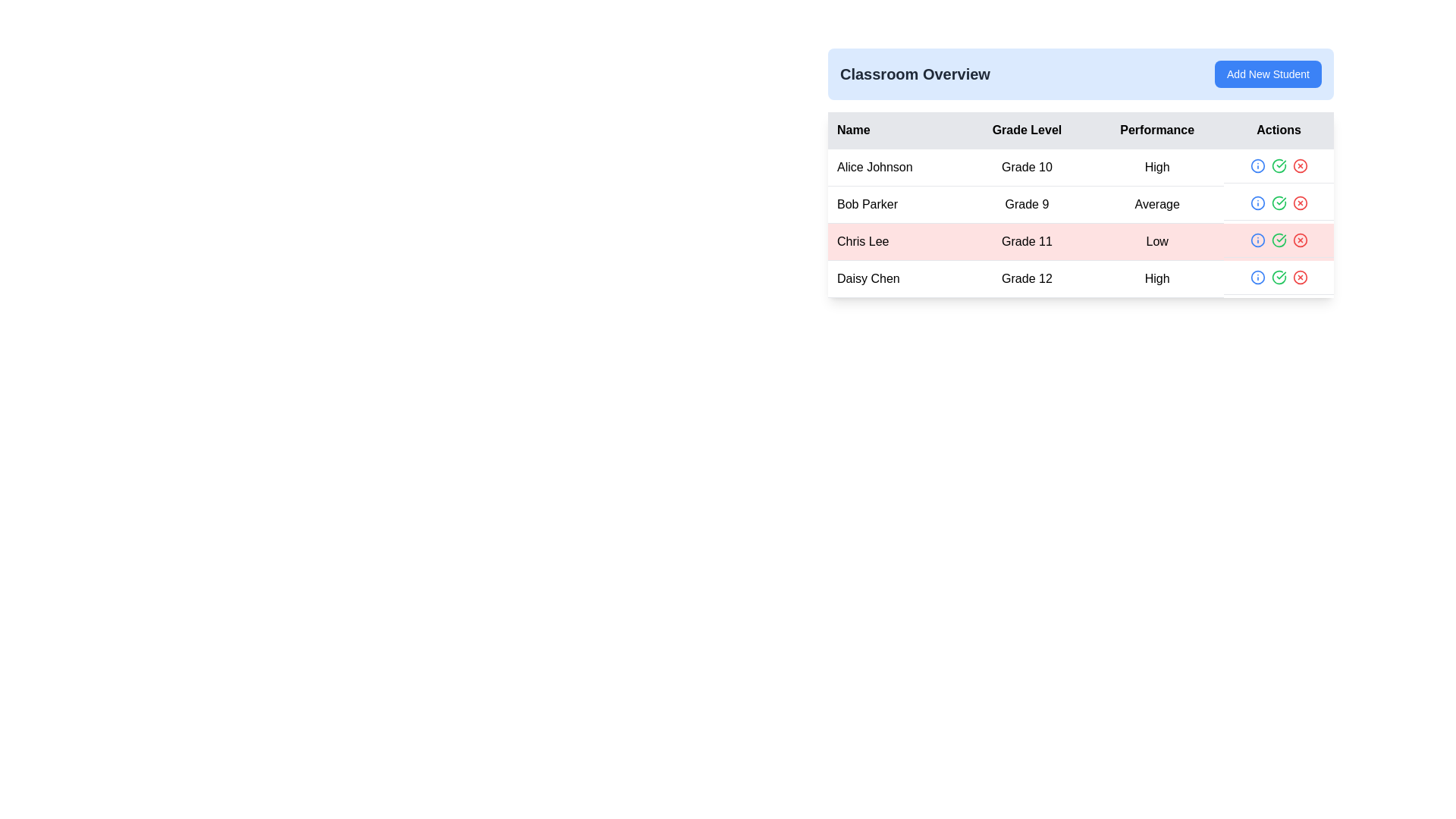  I want to click on the text cell containing 'Alice Johnson', located in the first column of the first data row under the 'Name' header, so click(895, 167).